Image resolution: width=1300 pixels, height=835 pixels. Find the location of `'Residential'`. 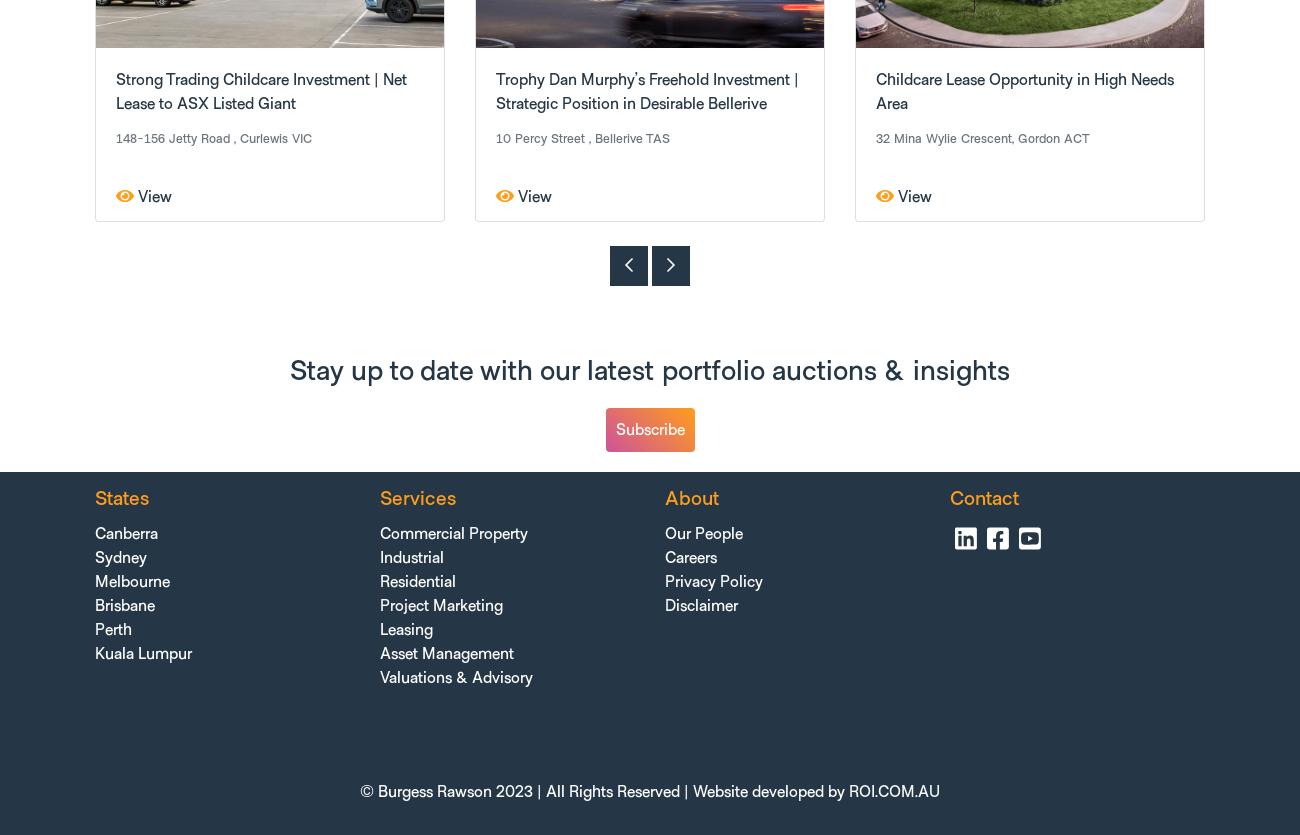

'Residential' is located at coordinates (417, 580).